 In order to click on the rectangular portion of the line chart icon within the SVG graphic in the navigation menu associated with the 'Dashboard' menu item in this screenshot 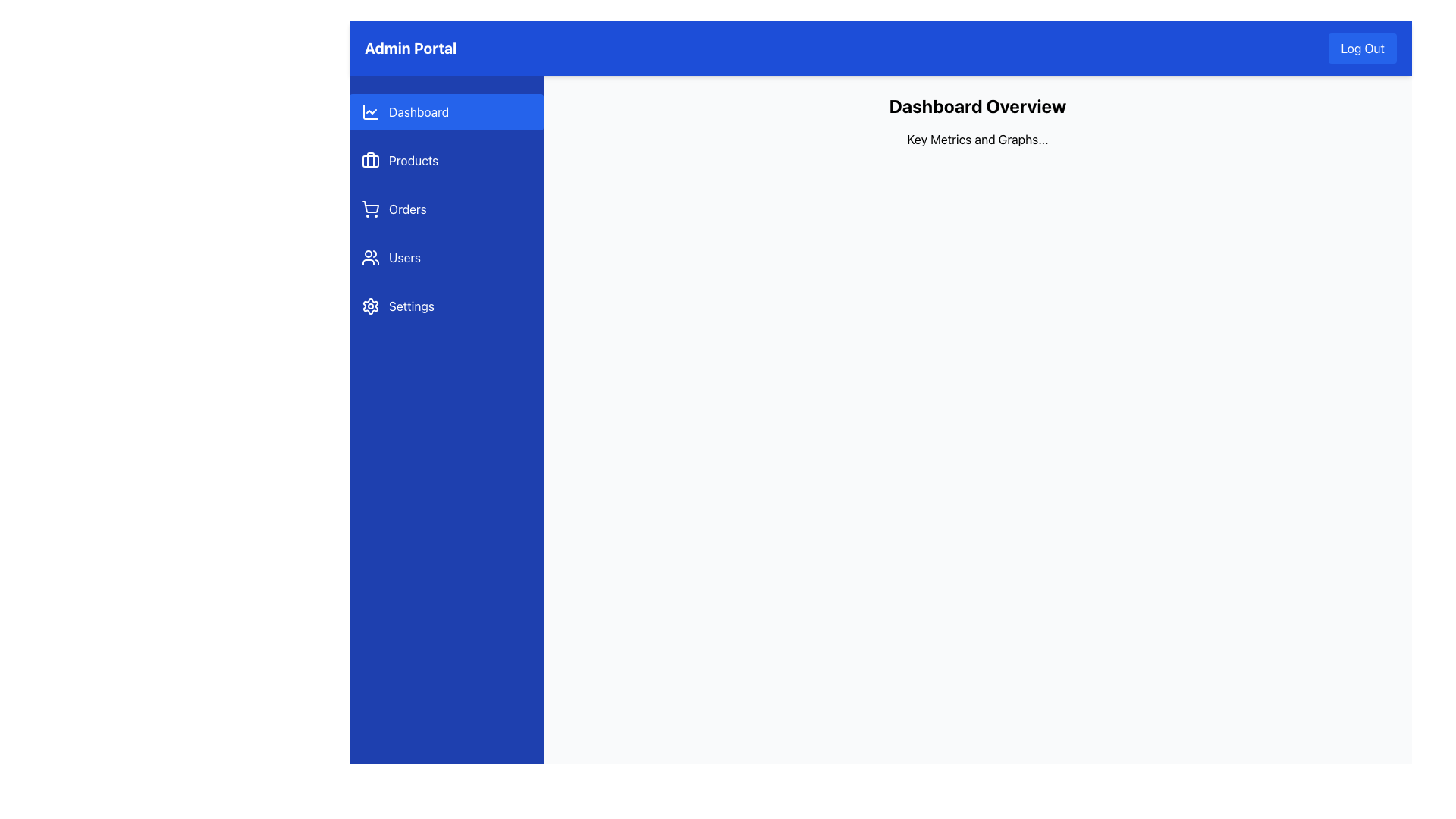, I will do `click(371, 111)`.